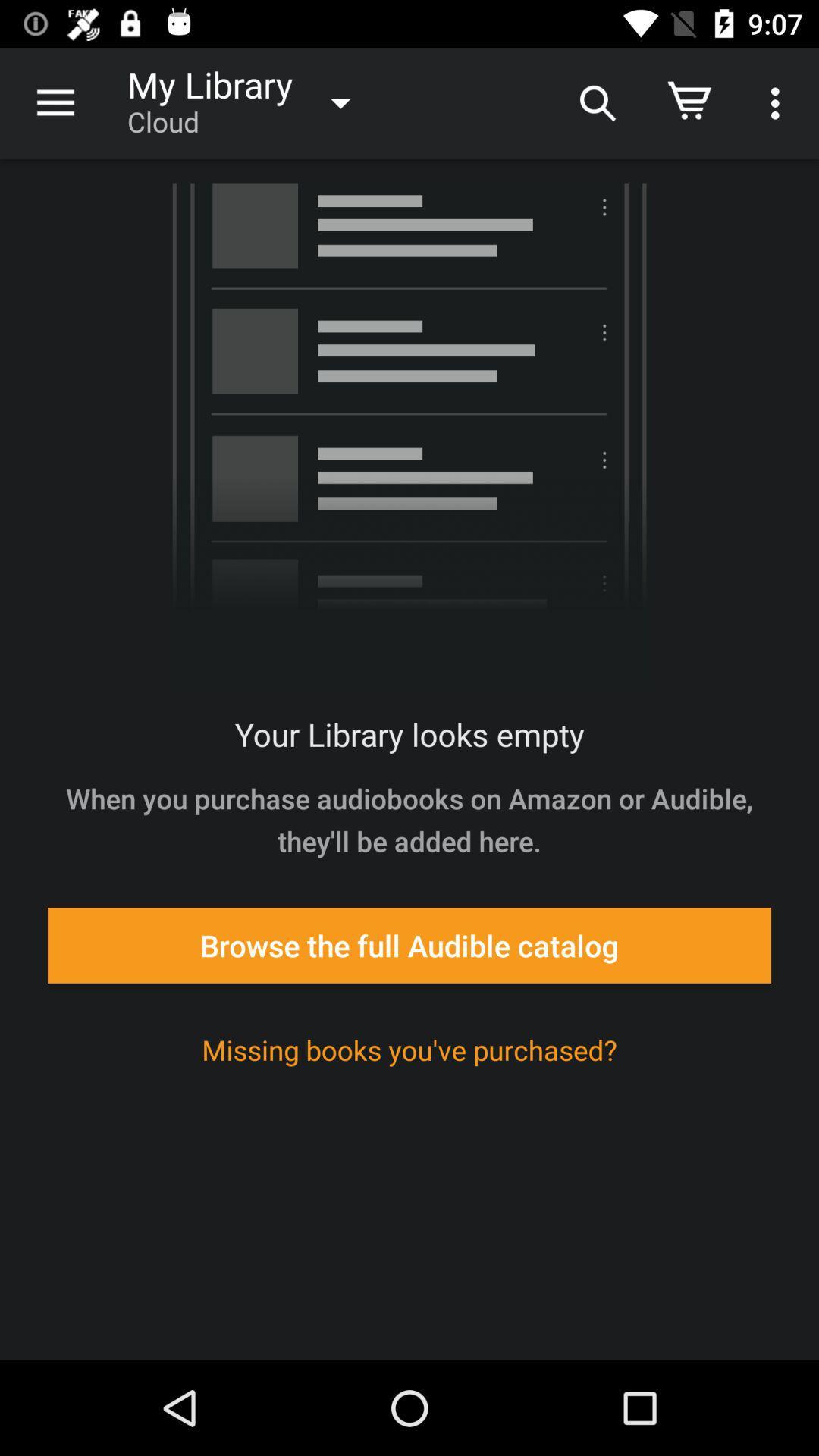 The width and height of the screenshot is (819, 1456). I want to click on the missing books you, so click(409, 1049).